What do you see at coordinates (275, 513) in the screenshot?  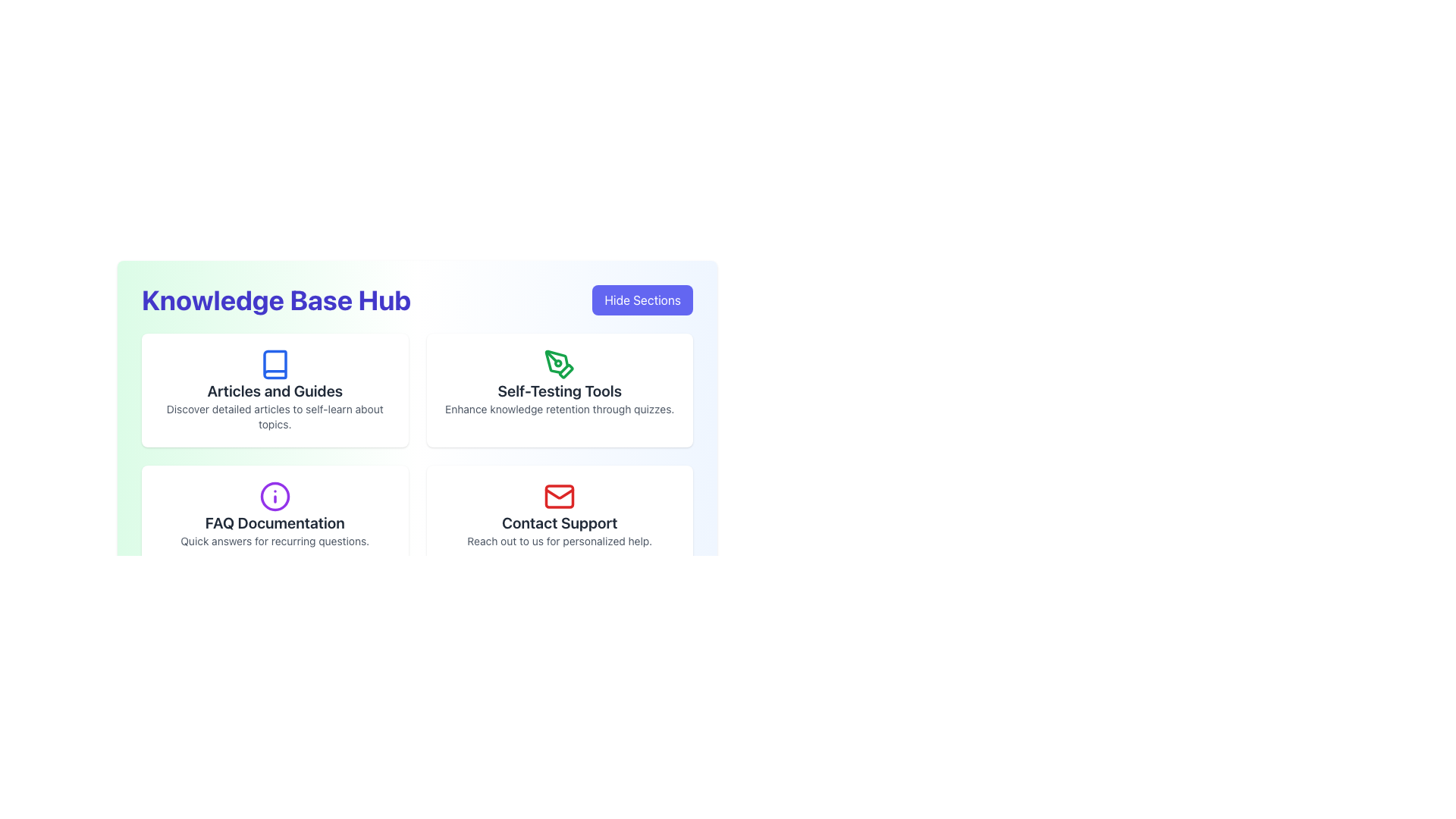 I see `the Information Card labeled 'FAQ Documentation' which is a white rectangular card with a purple information icon at the top` at bounding box center [275, 513].